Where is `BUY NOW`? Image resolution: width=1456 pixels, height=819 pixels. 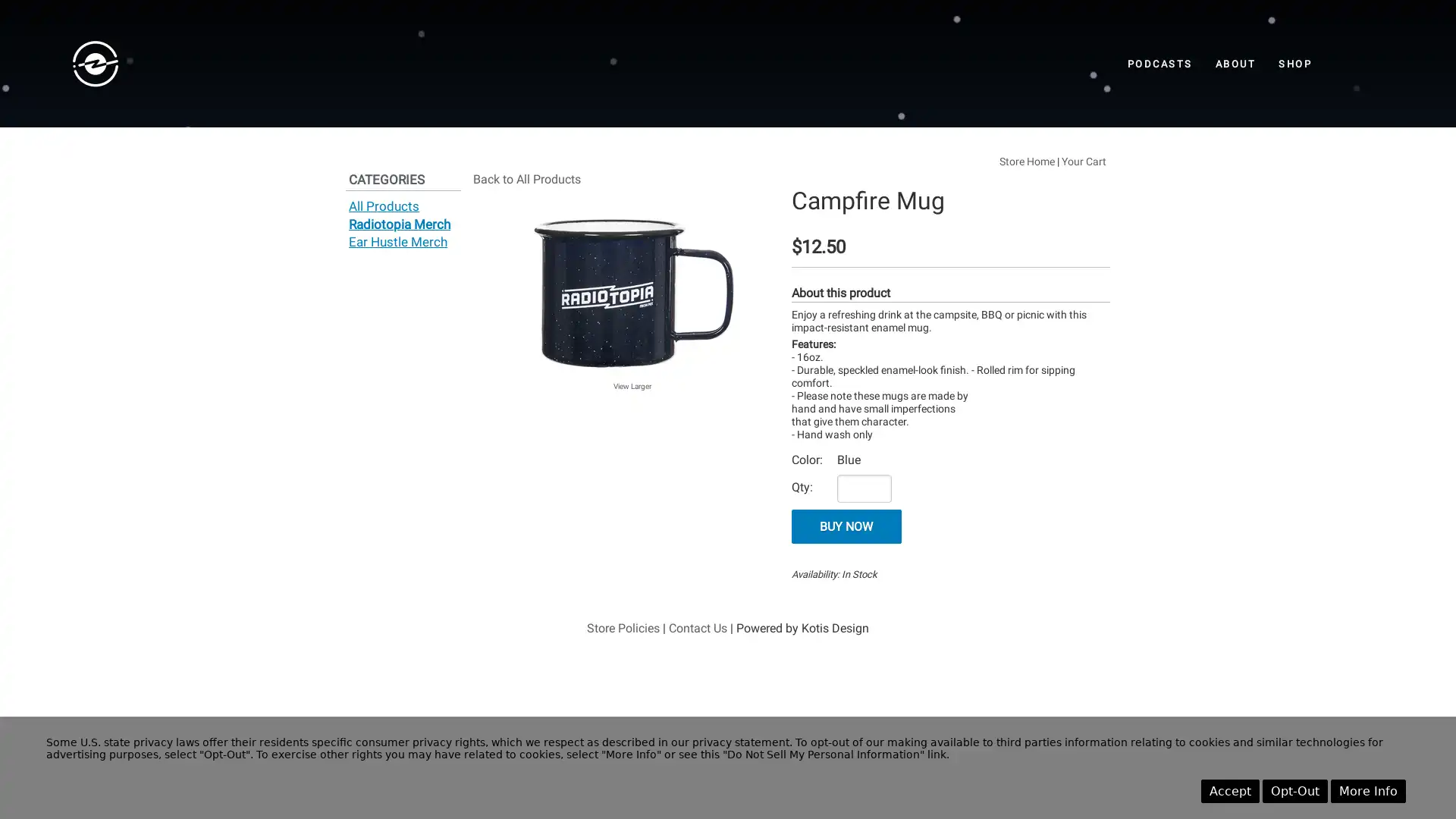
BUY NOW is located at coordinates (845, 526).